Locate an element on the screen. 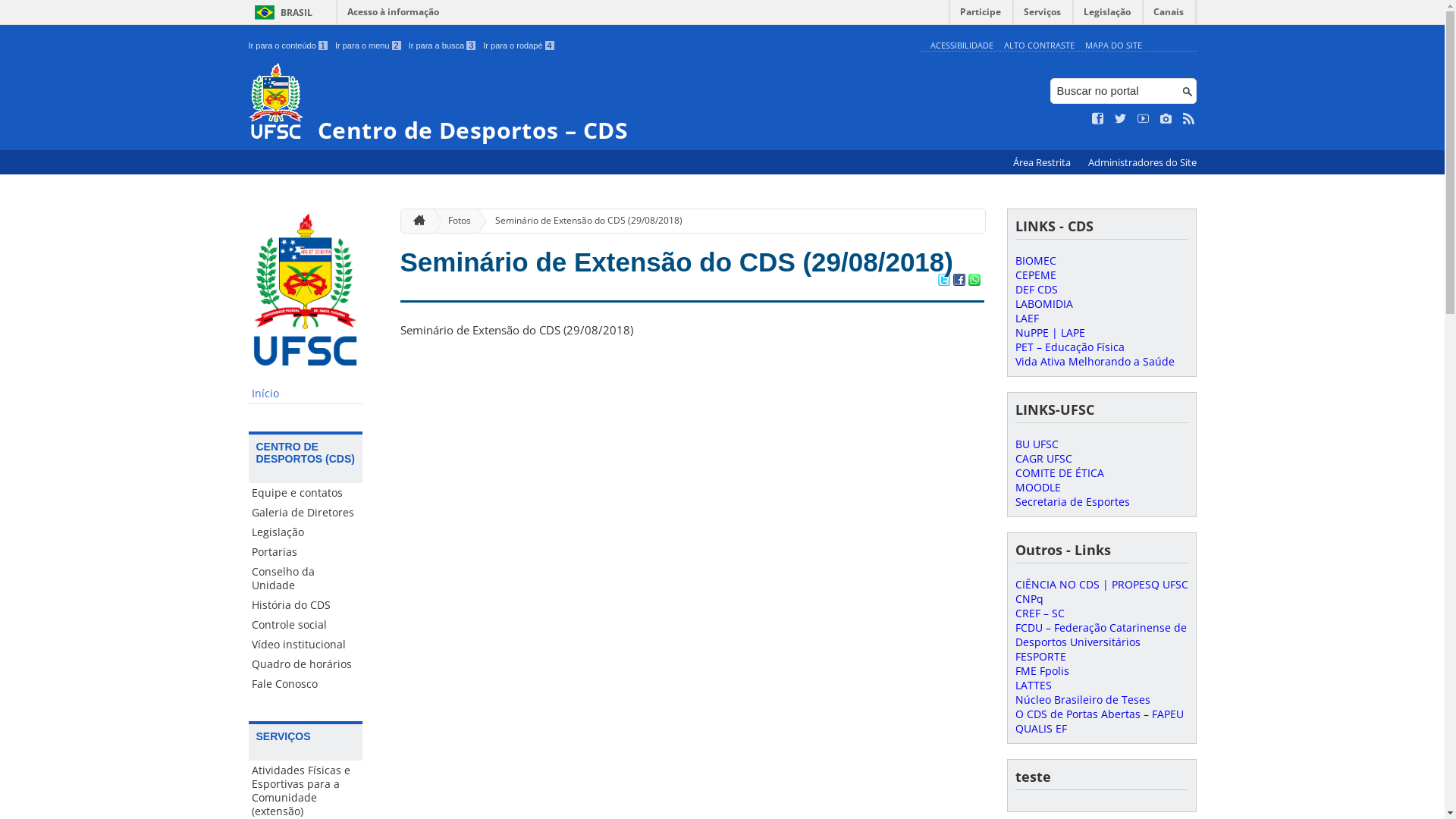 This screenshot has width=1456, height=819. 'Secretaria de Esportes' is located at coordinates (1071, 501).